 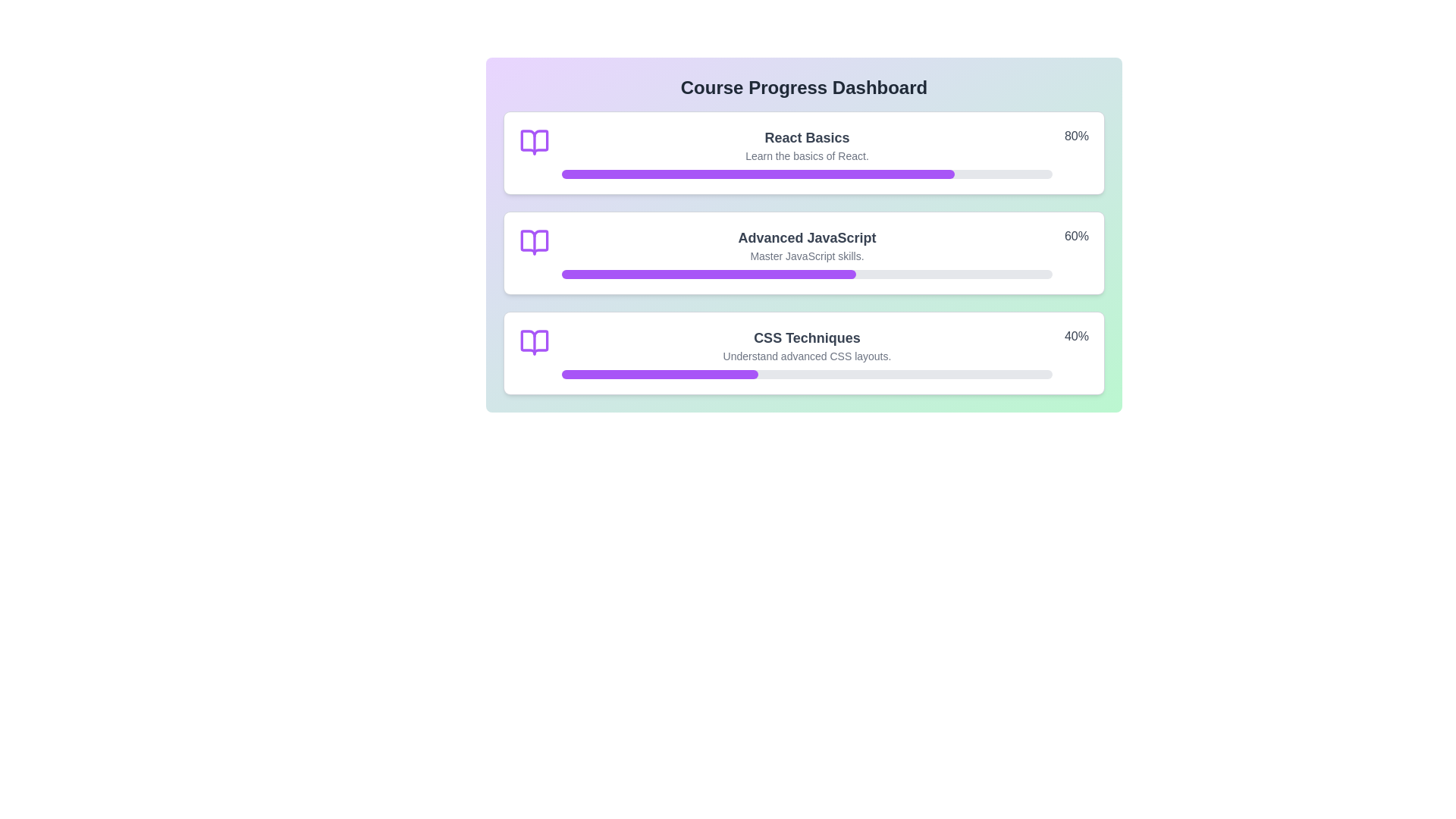 I want to click on text content of the Text label that displays 'Master JavaScript skills.' located below the title 'Advanced JavaScript.', so click(x=806, y=256).